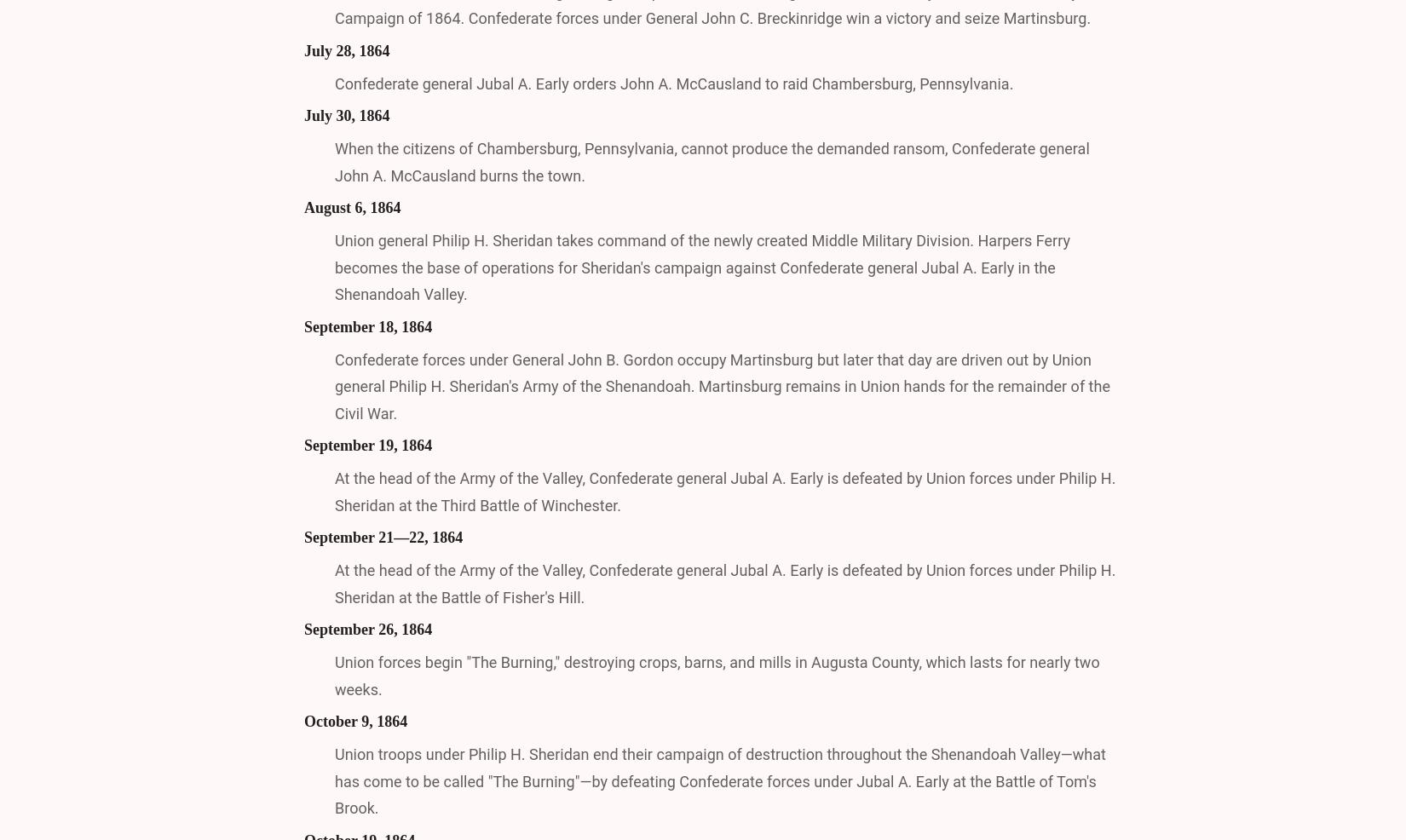 Image resolution: width=1406 pixels, height=840 pixels. I want to click on 'September 18, 1864', so click(366, 325).